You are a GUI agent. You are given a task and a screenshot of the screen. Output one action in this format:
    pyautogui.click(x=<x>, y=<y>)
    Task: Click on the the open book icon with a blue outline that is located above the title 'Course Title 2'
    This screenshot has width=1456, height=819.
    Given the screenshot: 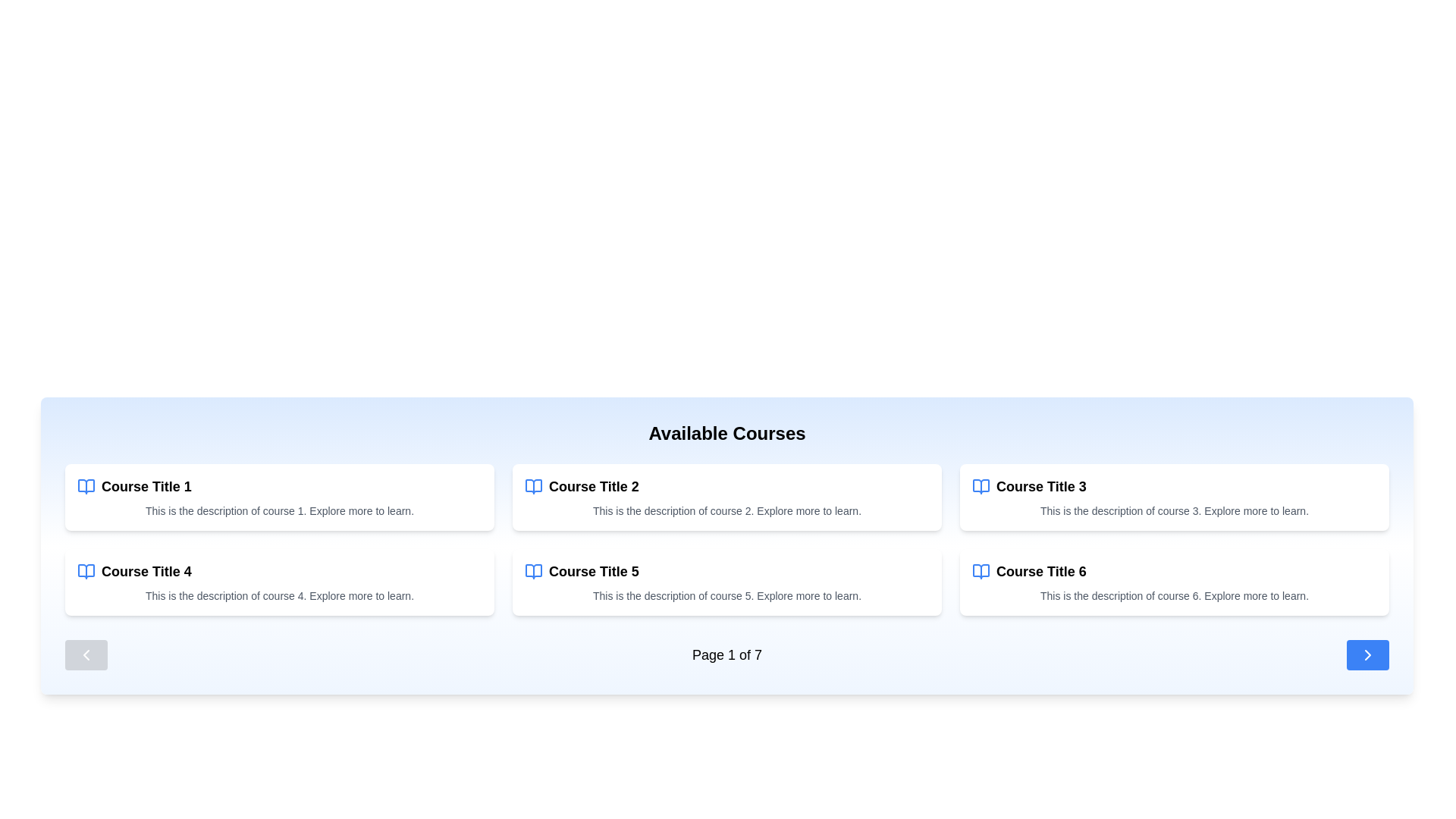 What is the action you would take?
    pyautogui.click(x=534, y=486)
    